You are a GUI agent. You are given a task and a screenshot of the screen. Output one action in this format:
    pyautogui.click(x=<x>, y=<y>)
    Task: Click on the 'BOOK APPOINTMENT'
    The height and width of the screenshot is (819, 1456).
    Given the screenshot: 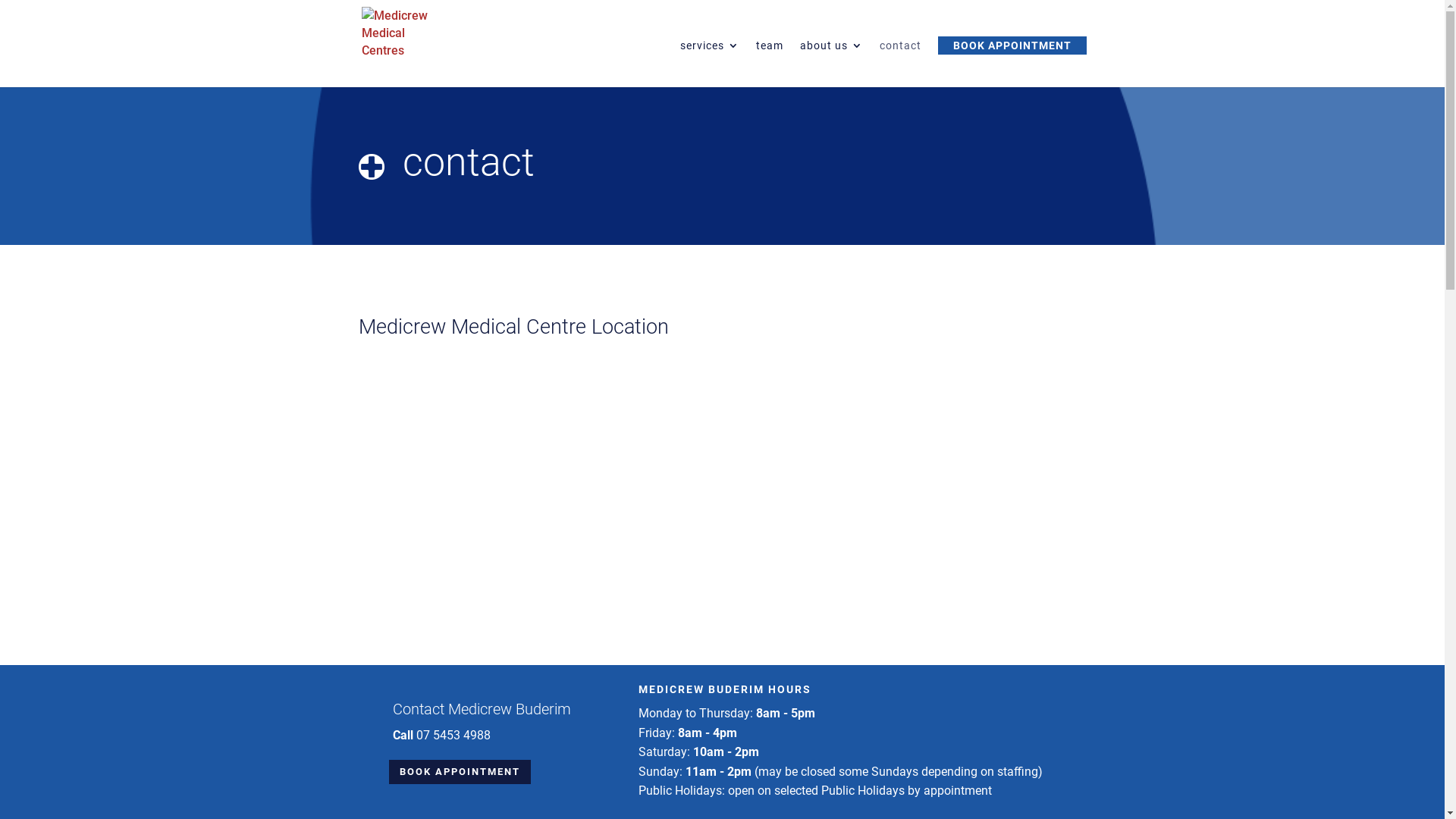 What is the action you would take?
    pyautogui.click(x=1012, y=45)
    